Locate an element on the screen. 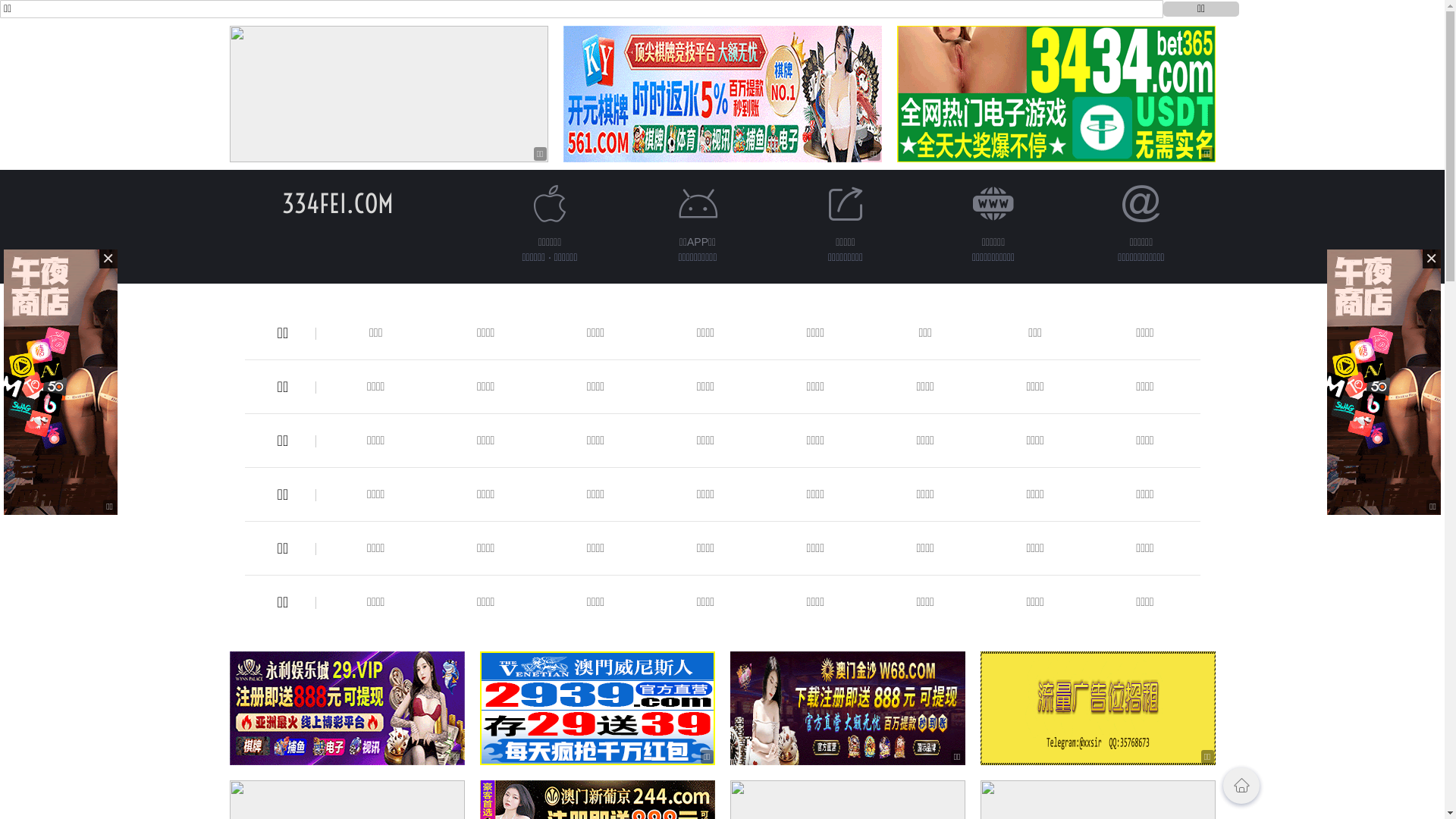 The height and width of the screenshot is (819, 1456). '334FEI.COM' is located at coordinates (337, 202).